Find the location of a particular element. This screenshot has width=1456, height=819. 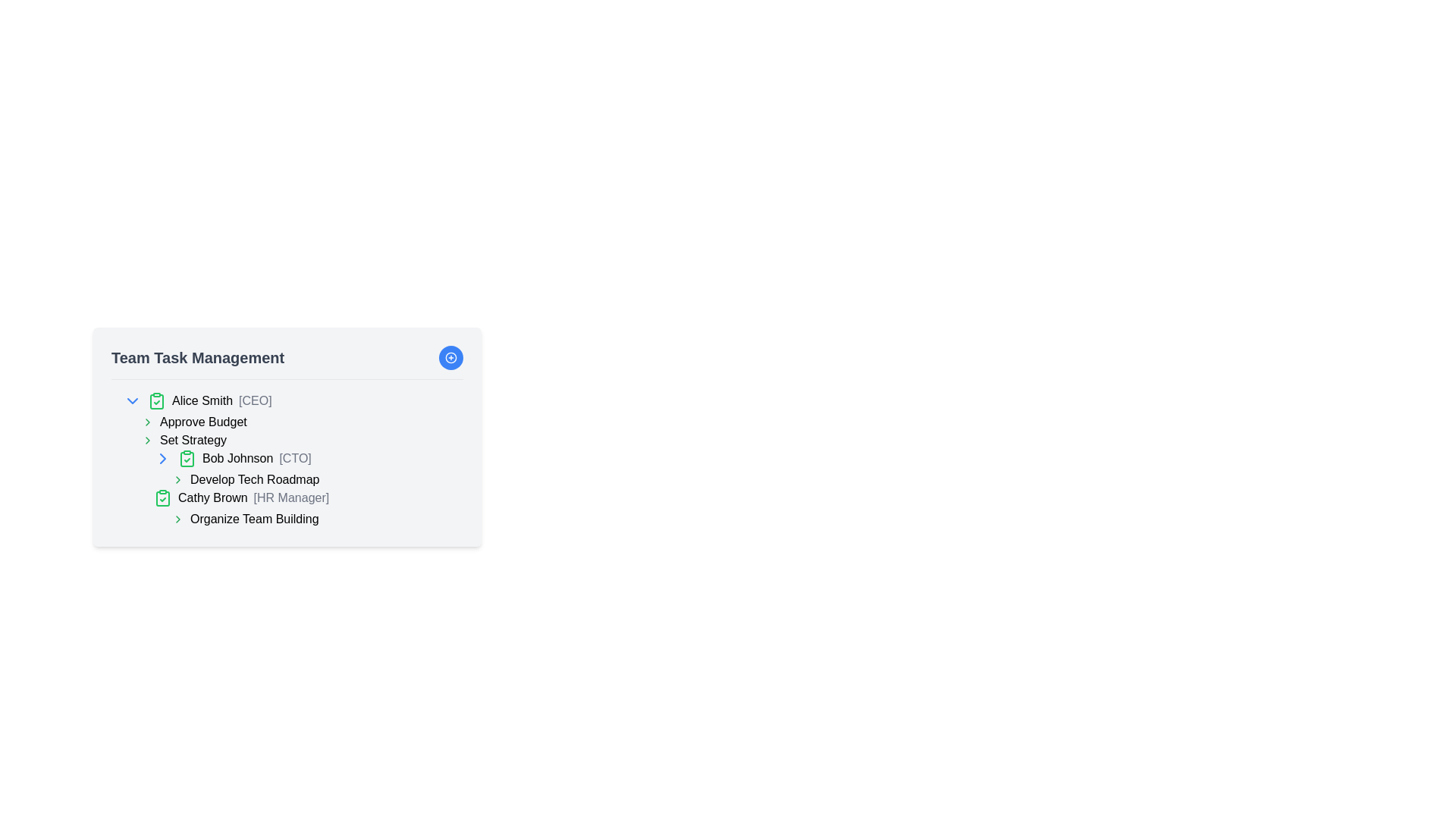

the small right-facing green chevron icon located to the left of the text 'Organize Team Building' is located at coordinates (178, 519).